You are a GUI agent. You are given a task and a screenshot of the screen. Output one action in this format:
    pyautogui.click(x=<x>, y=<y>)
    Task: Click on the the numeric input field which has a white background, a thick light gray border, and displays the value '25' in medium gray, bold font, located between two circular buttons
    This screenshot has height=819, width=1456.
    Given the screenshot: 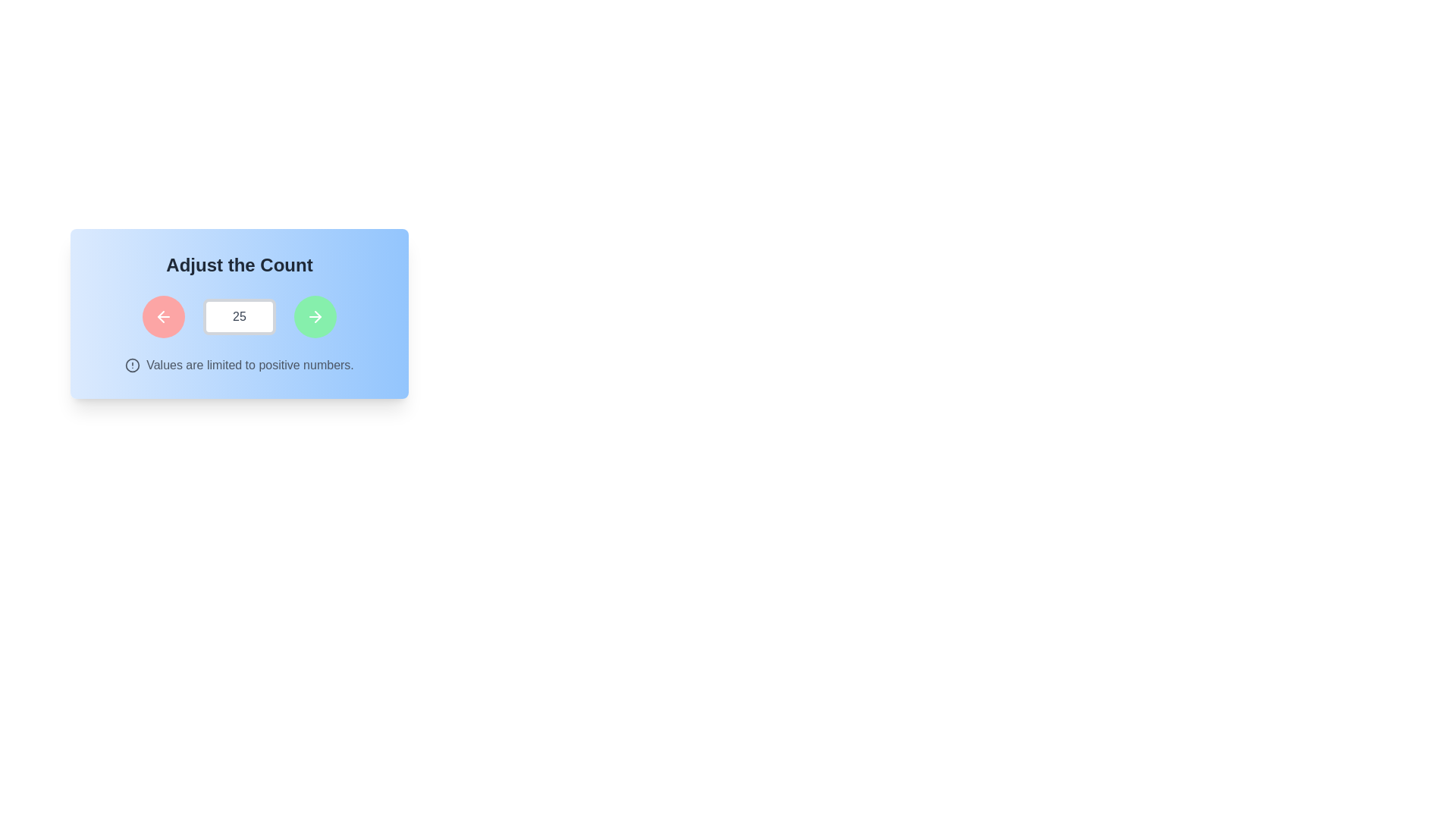 What is the action you would take?
    pyautogui.click(x=239, y=315)
    